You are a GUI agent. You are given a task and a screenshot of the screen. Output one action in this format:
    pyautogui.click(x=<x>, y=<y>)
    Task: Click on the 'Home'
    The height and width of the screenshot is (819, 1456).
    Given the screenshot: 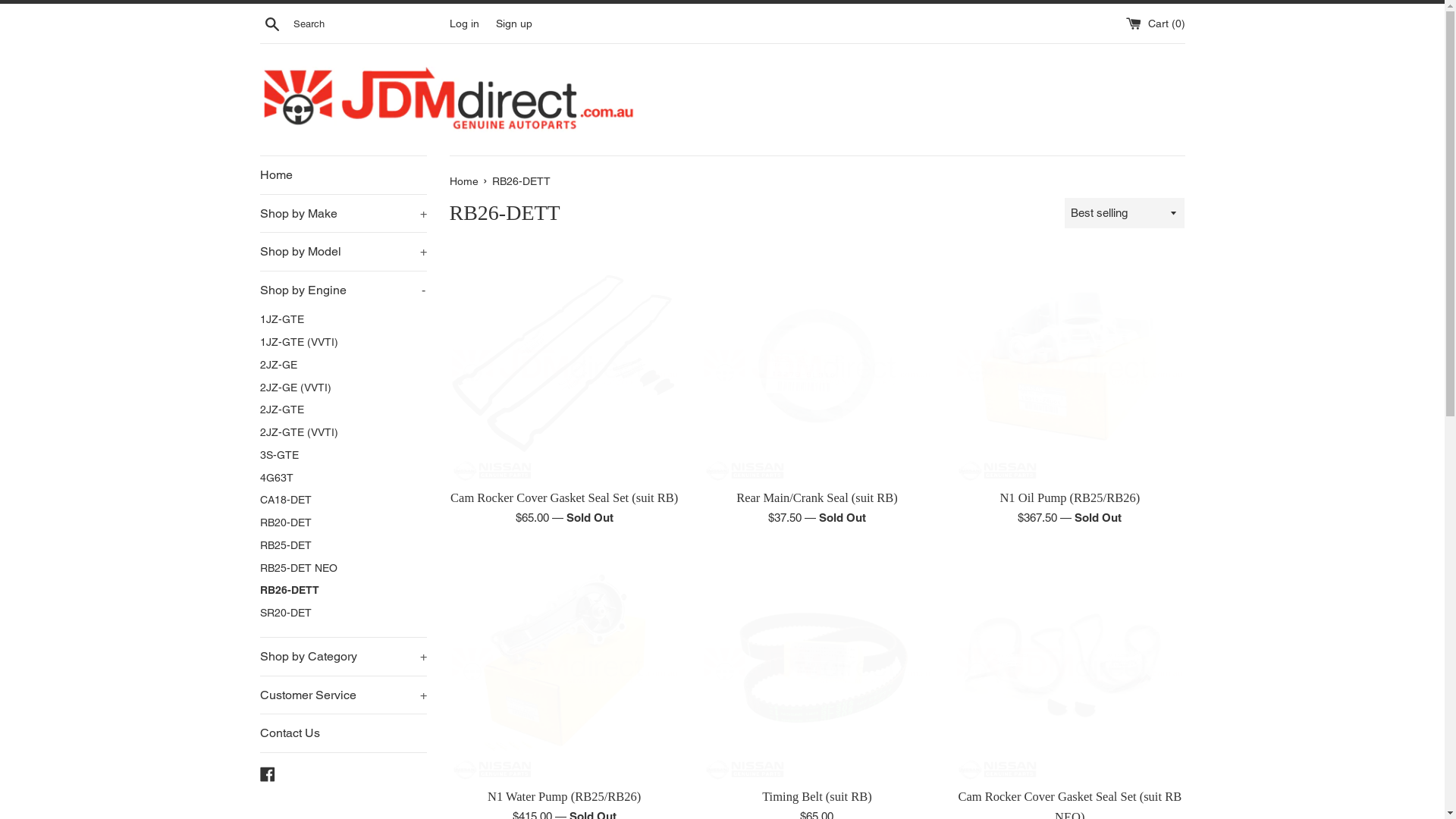 What is the action you would take?
    pyautogui.click(x=341, y=174)
    